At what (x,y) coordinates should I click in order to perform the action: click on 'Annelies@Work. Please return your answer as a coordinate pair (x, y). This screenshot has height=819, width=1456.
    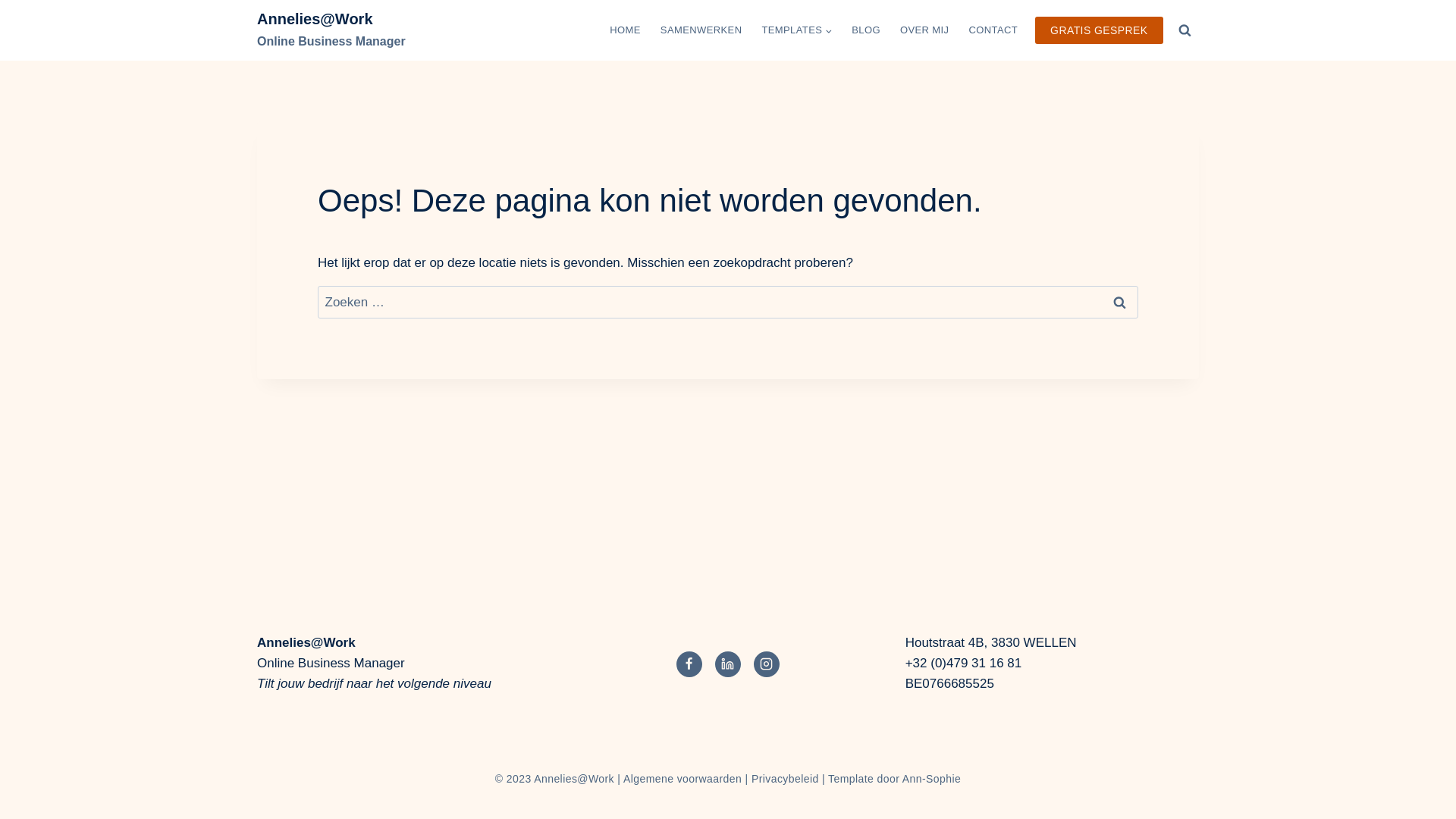
    Looking at the image, I should click on (330, 30).